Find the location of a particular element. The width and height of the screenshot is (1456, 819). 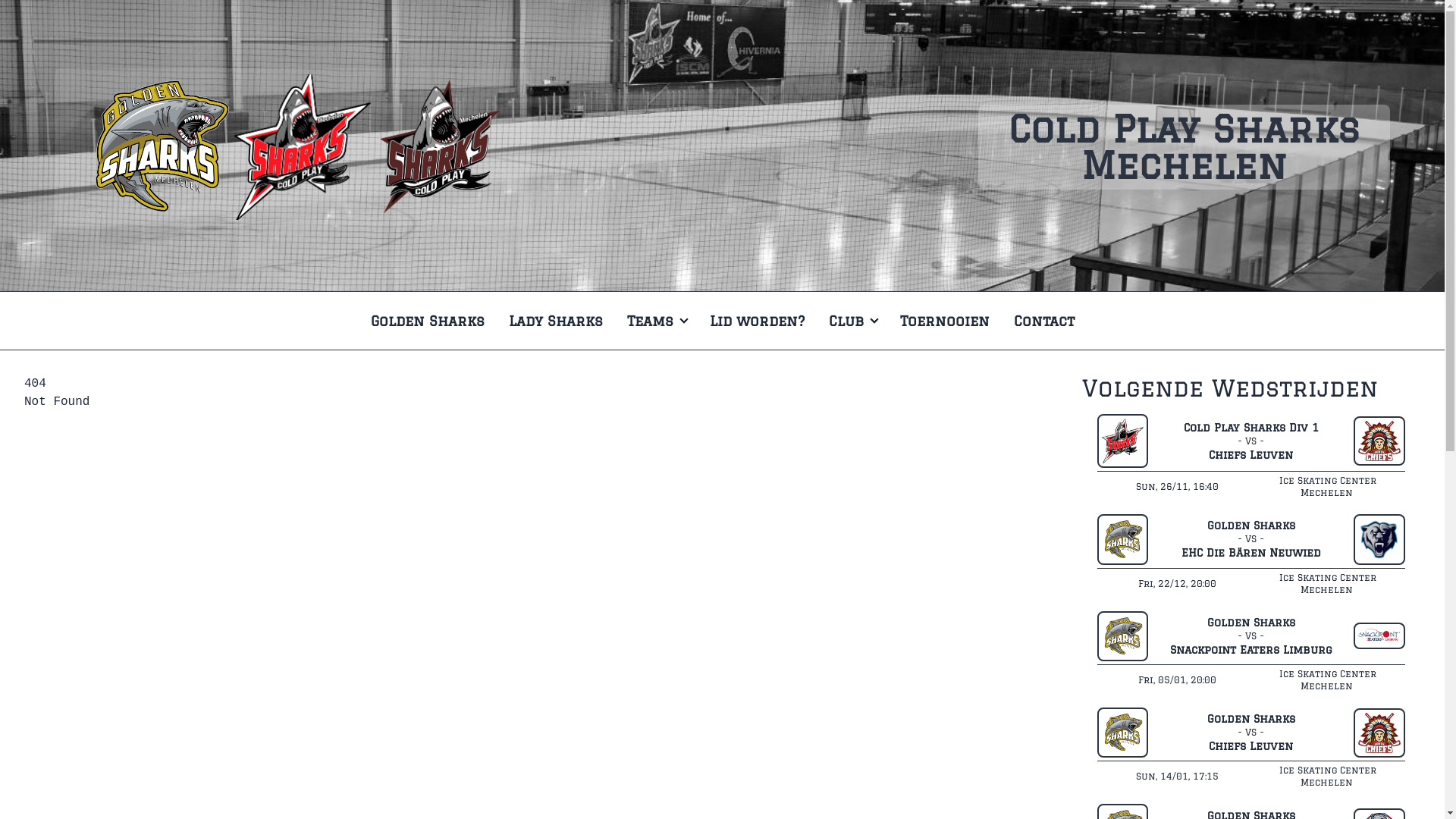

'Toernooien' is located at coordinates (943, 320).